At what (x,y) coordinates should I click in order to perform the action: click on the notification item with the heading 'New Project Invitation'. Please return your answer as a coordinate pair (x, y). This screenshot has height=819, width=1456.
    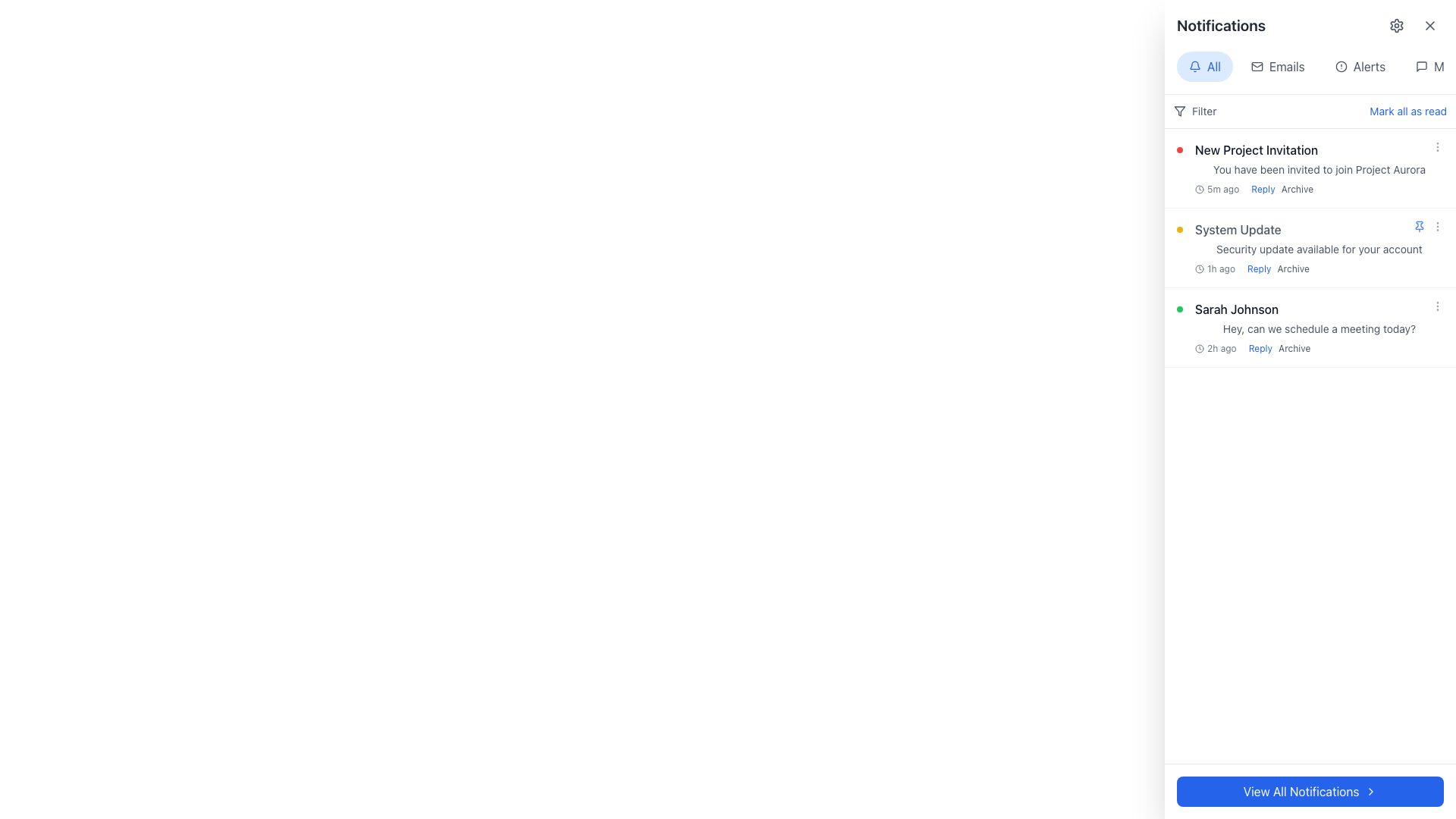
    Looking at the image, I should click on (1318, 168).